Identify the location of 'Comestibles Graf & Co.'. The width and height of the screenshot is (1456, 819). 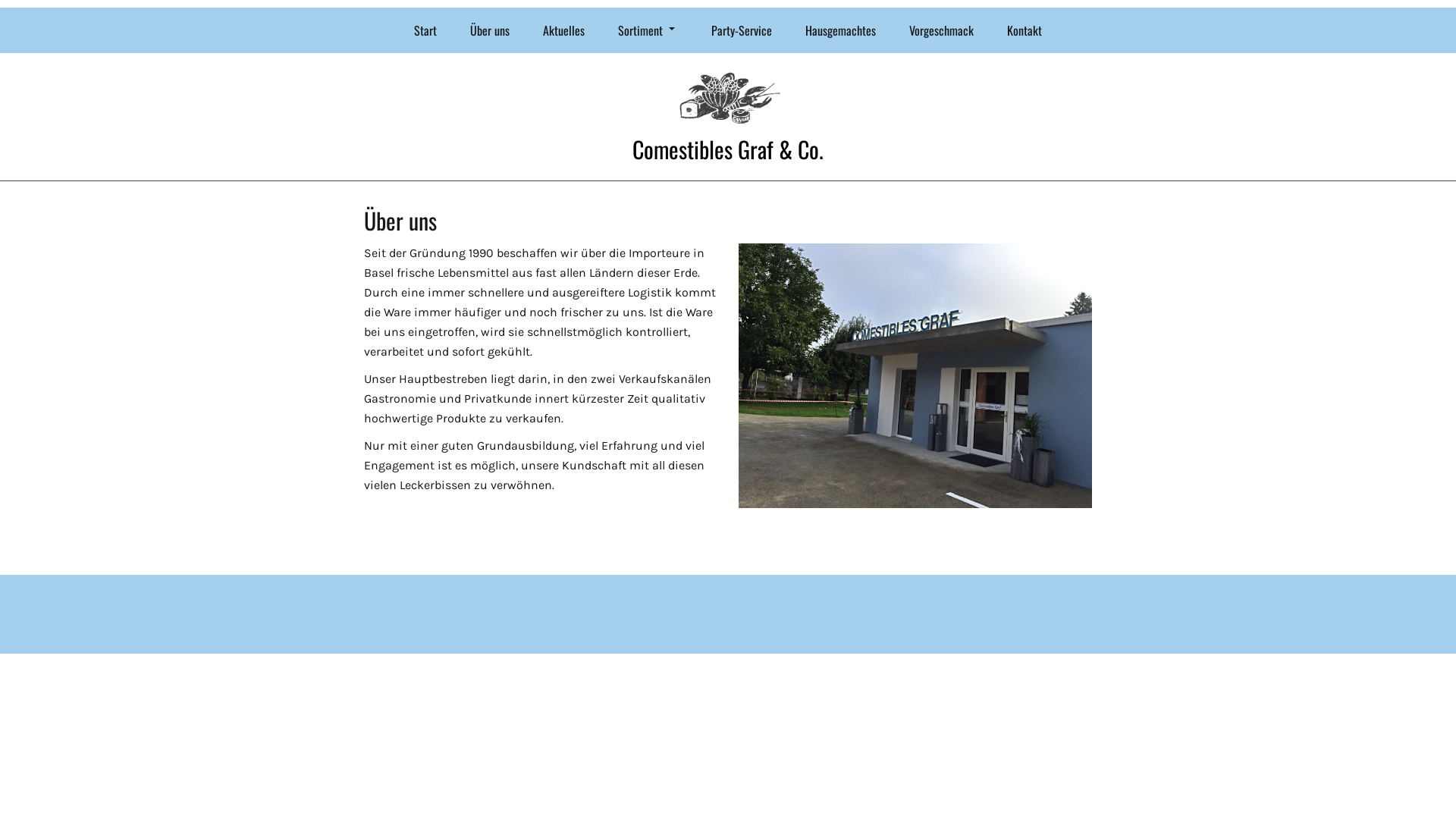
(728, 148).